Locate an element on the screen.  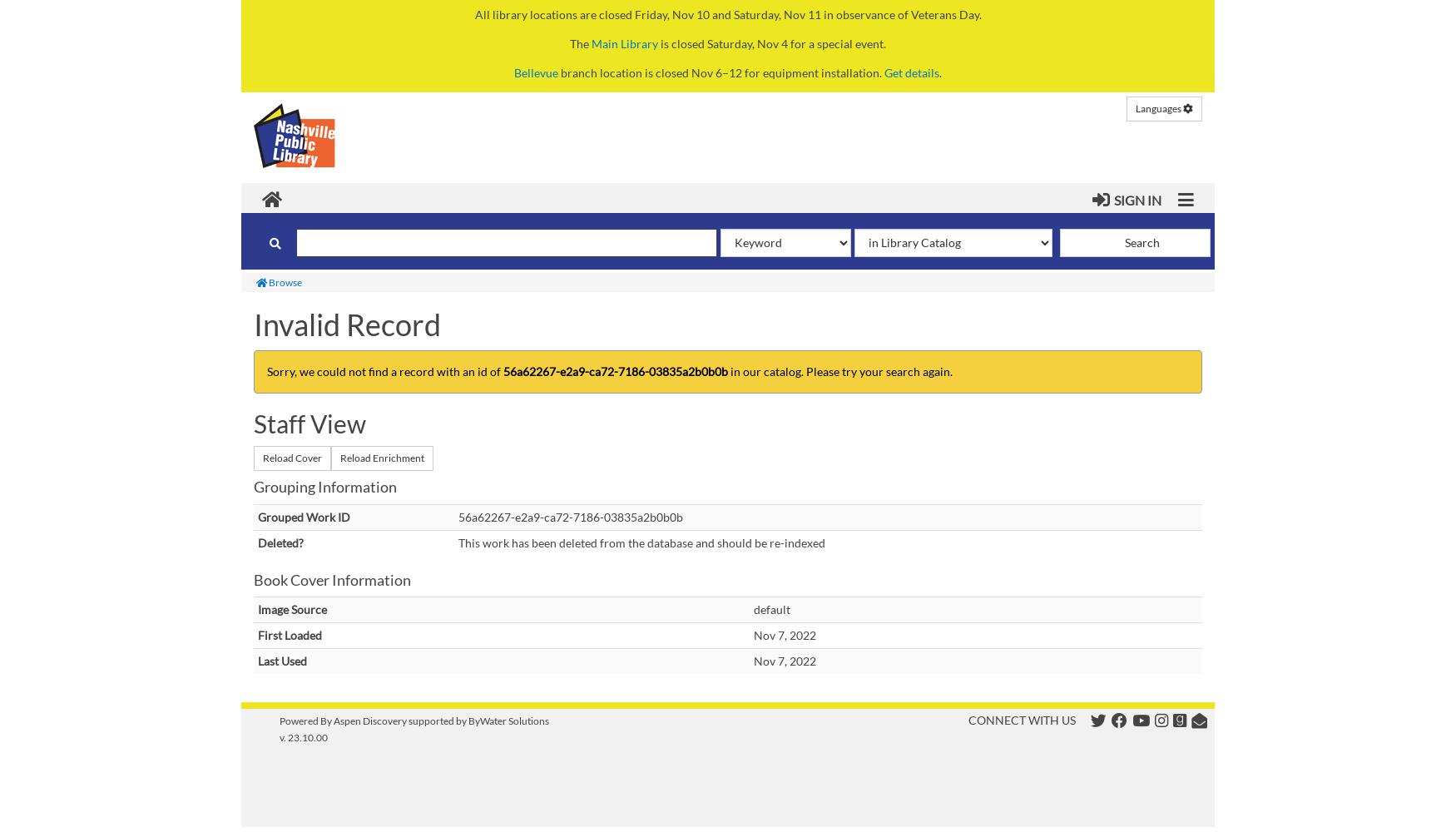
'v. 23.10.00' is located at coordinates (304, 737).